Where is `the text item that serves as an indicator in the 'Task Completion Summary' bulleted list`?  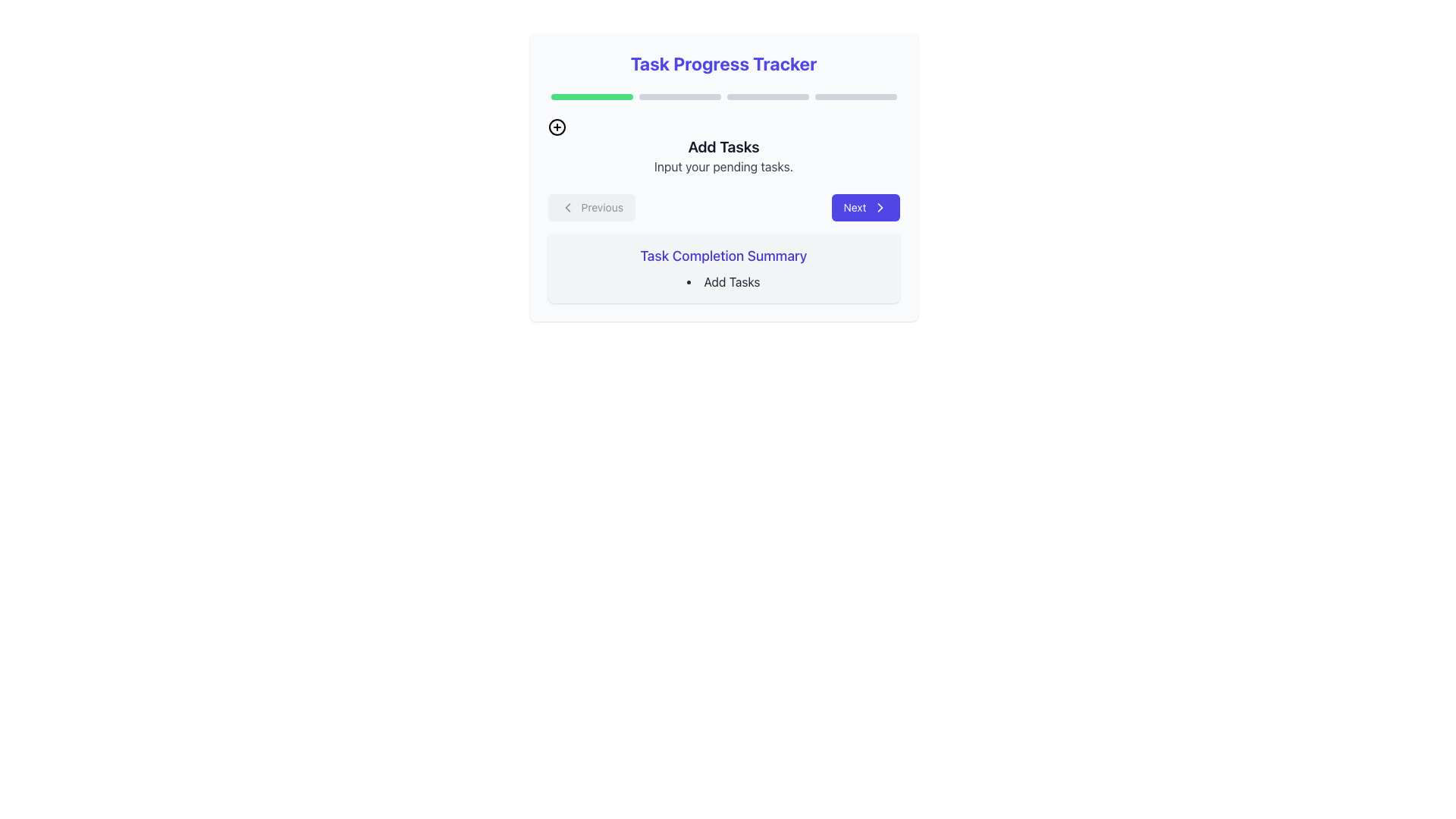
the text item that serves as an indicator in the 'Task Completion Summary' bulleted list is located at coordinates (723, 281).